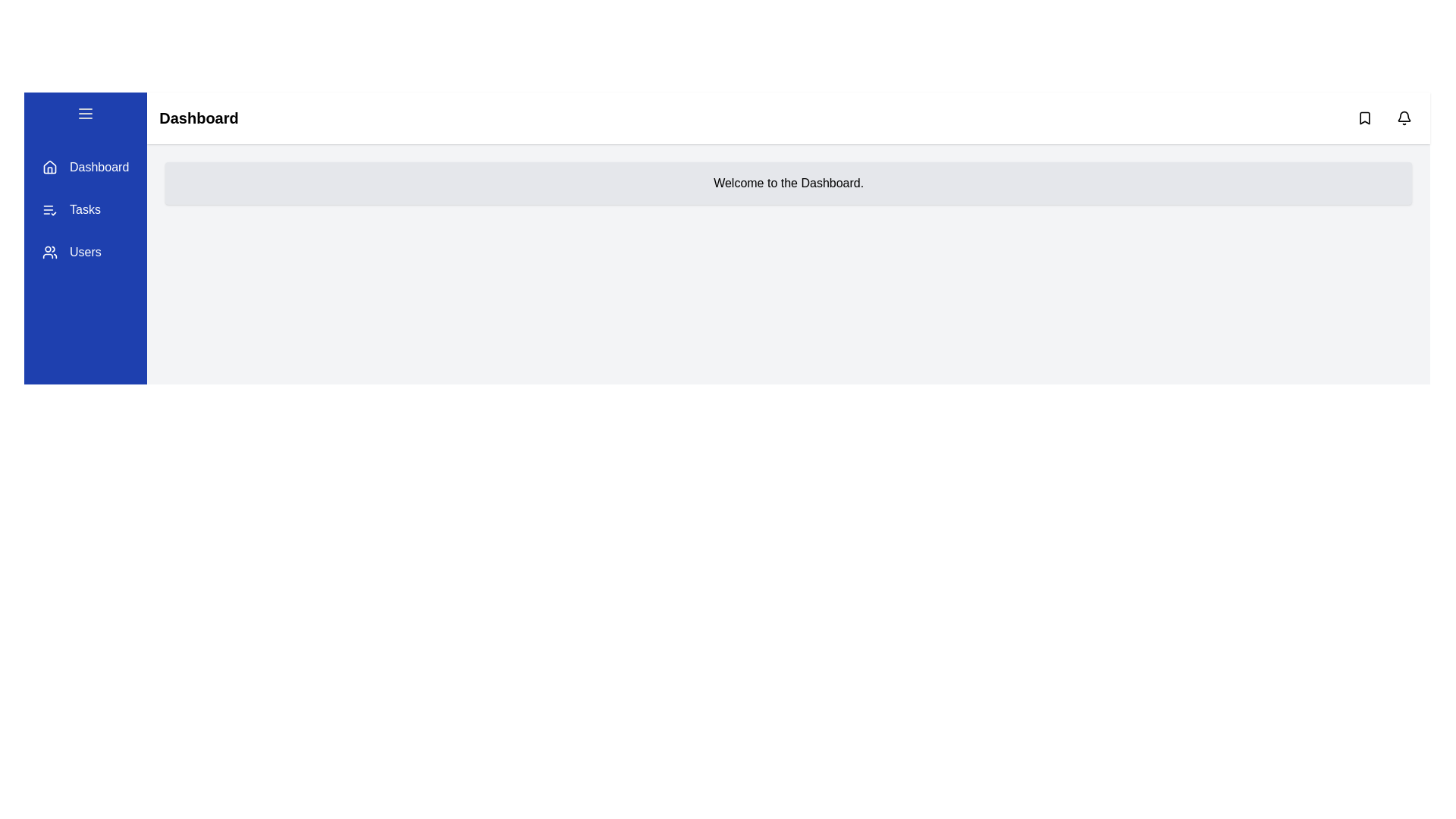 This screenshot has width=1456, height=819. Describe the element at coordinates (1365, 117) in the screenshot. I see `the bookmark icon located in the rightmost section of the top navigation bar` at that location.